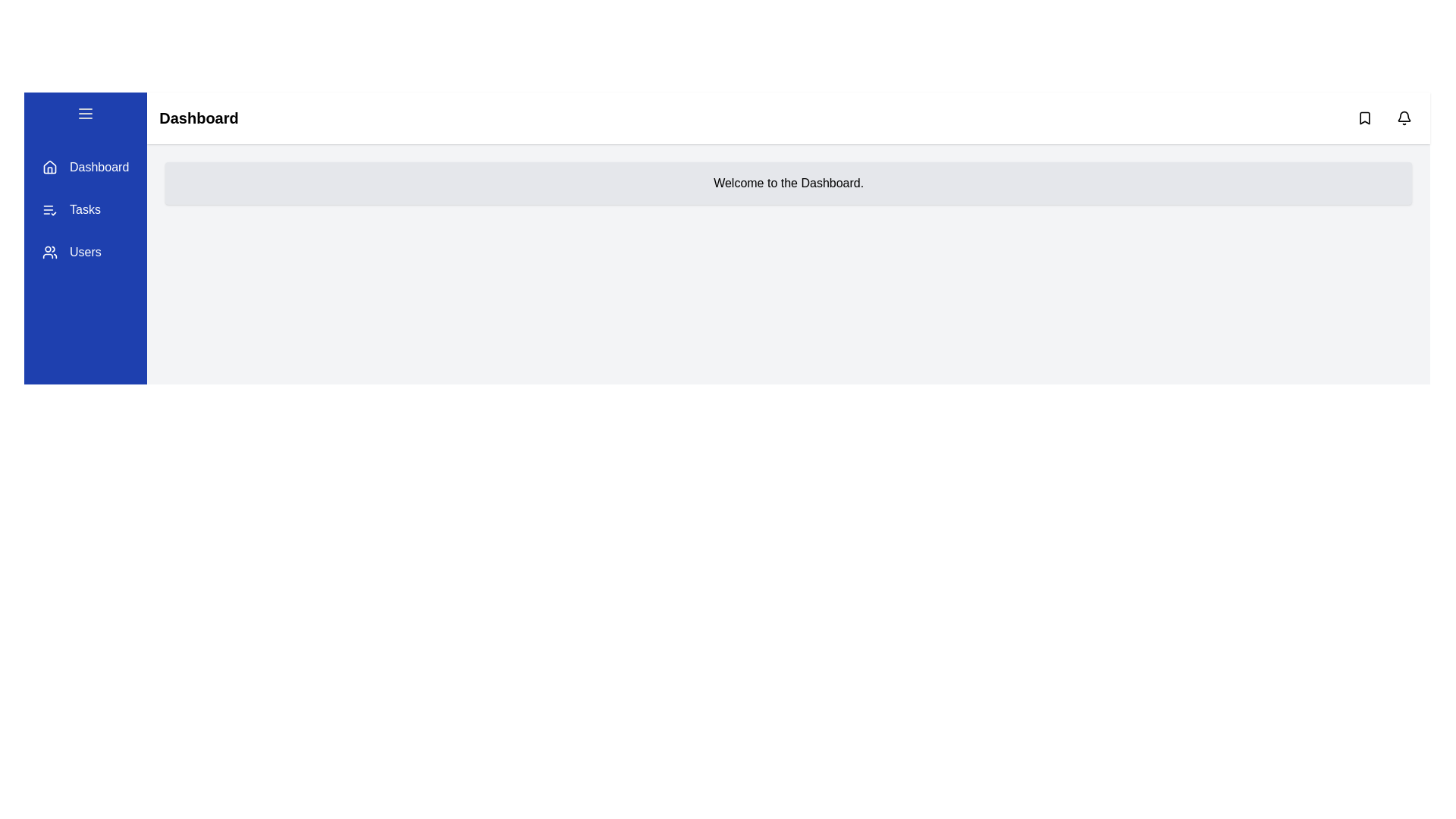 This screenshot has width=1456, height=819. Describe the element at coordinates (1365, 117) in the screenshot. I see `the bookmark icon located in the rightmost section of the top navigation bar` at that location.